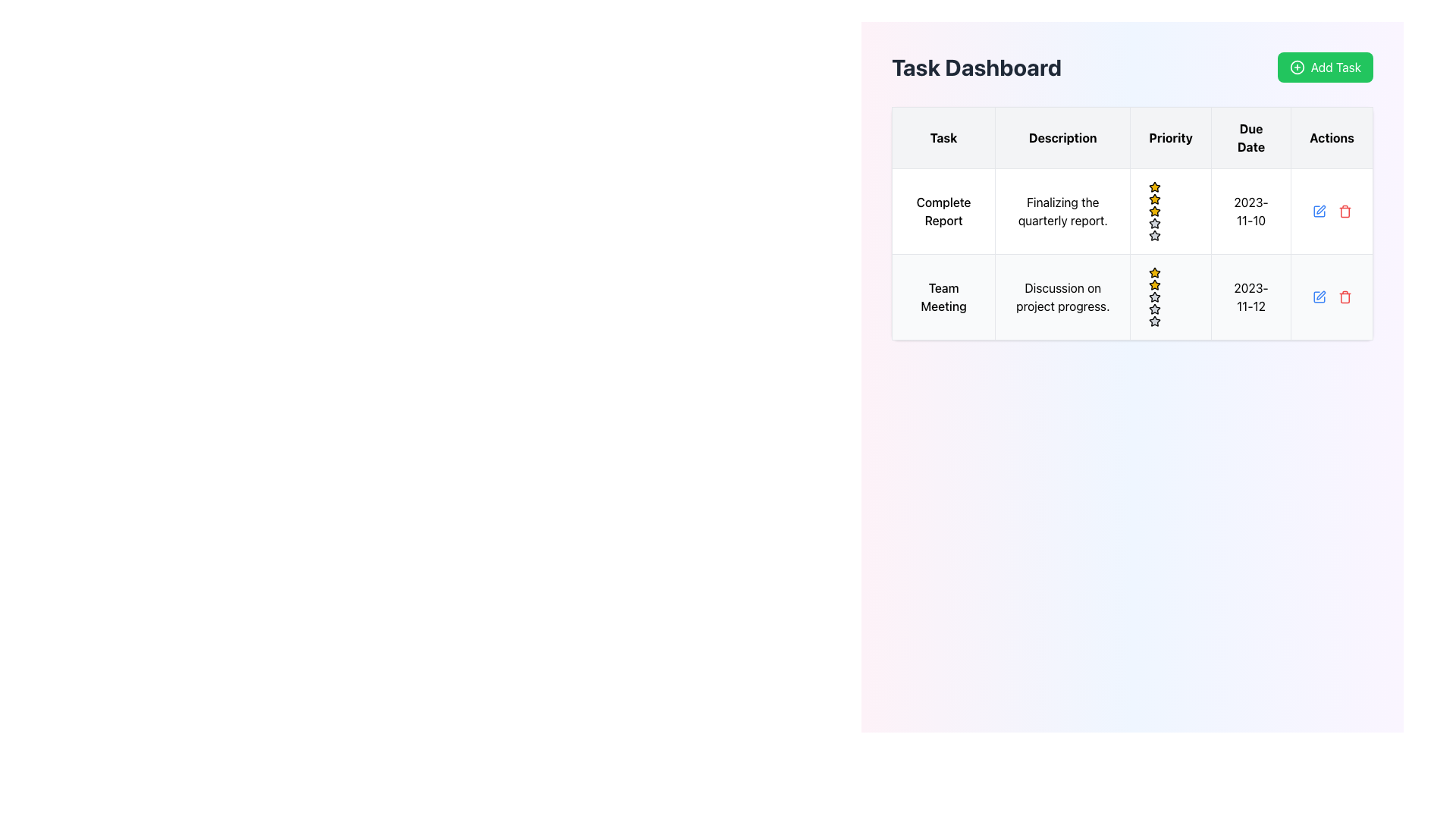  What do you see at coordinates (1154, 236) in the screenshot?
I see `the sixth hollow star icon in the second row under the 'Priority' column` at bounding box center [1154, 236].